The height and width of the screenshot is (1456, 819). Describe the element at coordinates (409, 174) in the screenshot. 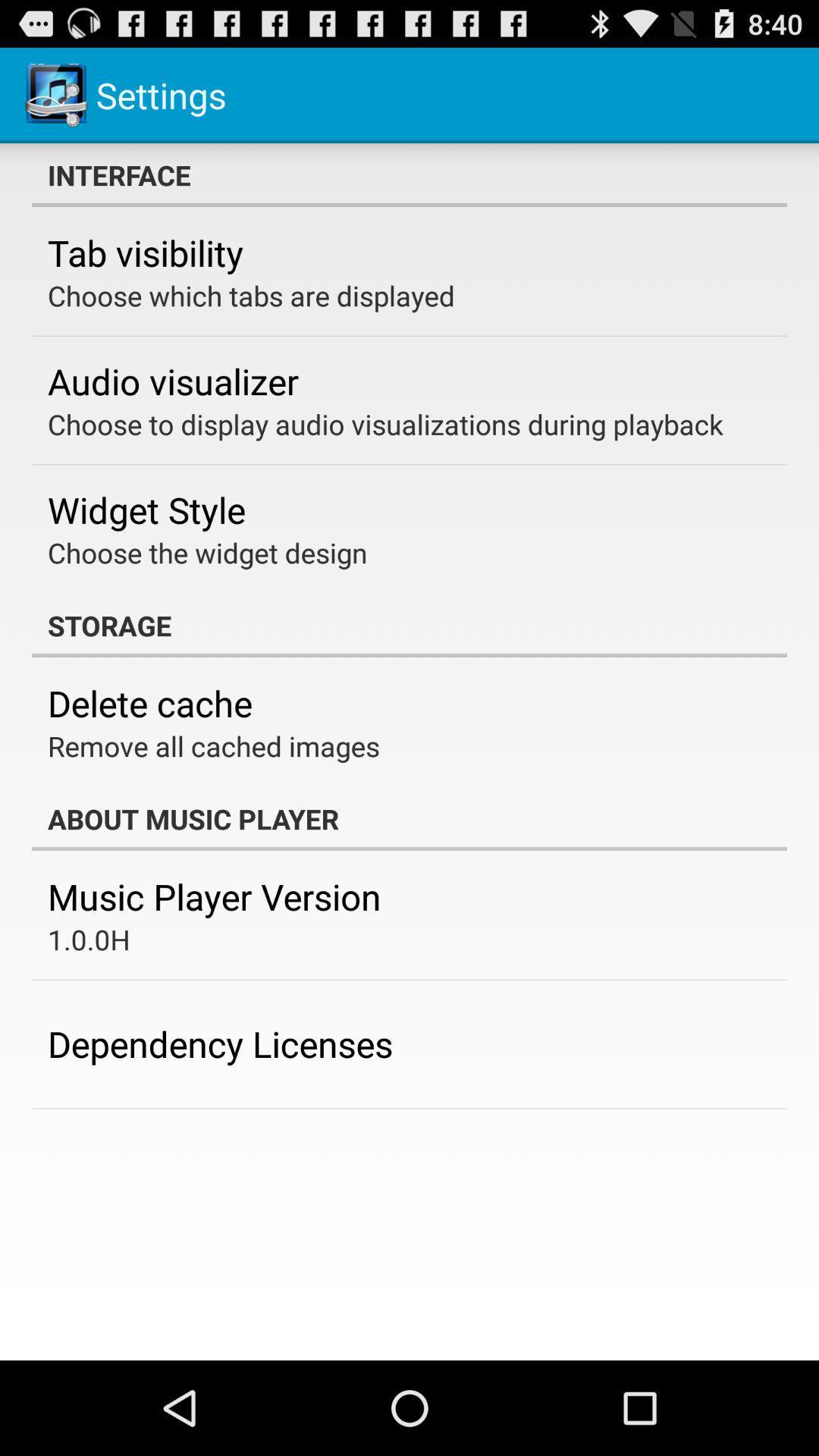

I see `the interface app` at that location.